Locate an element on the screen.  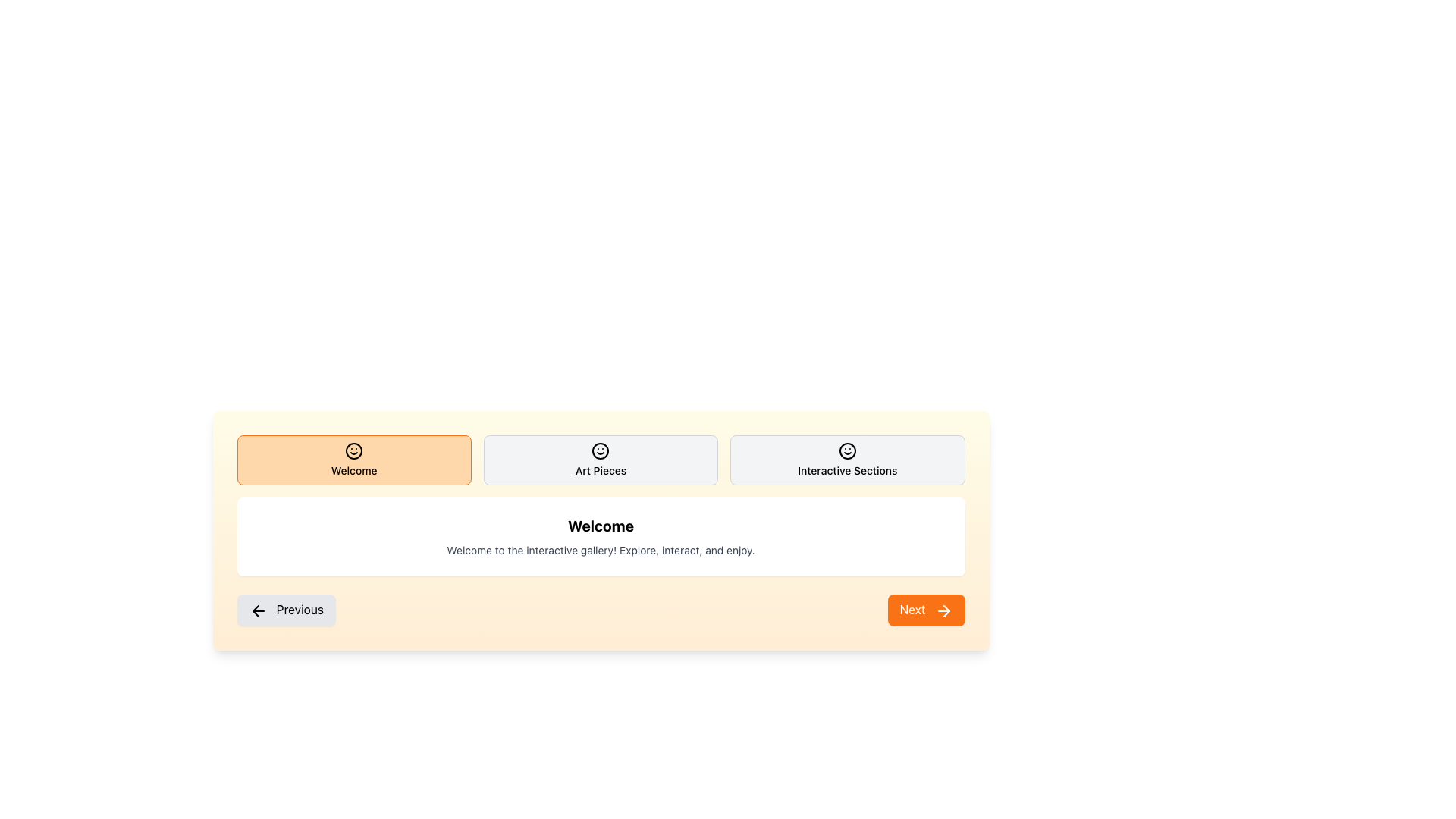
the visual indicator representing the 'Art Pieces' tab, which is centrally aligned within its section among three tabs labeled 'Welcome', 'Art Pieces', and 'Interactive Sections' is located at coordinates (600, 450).